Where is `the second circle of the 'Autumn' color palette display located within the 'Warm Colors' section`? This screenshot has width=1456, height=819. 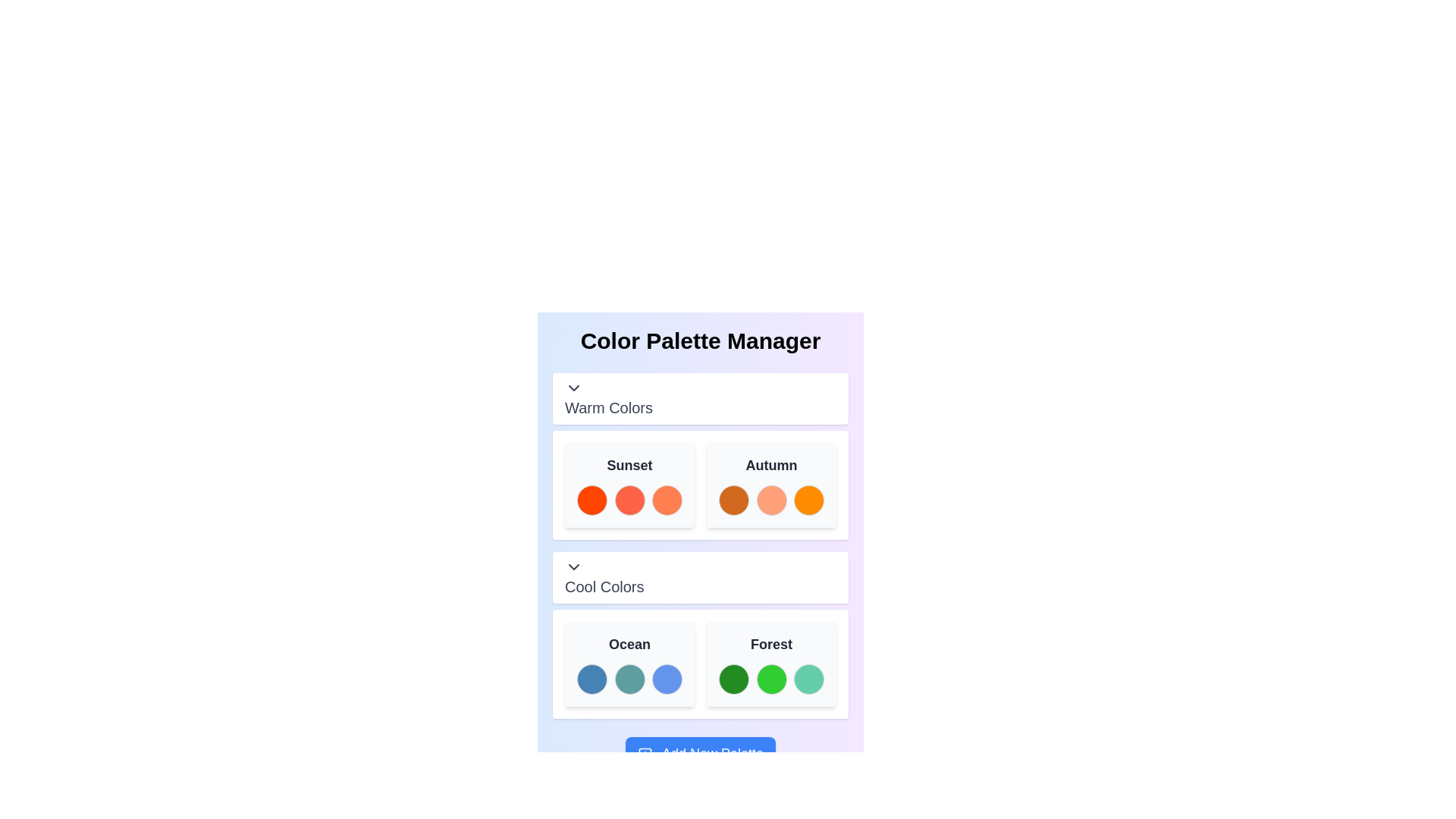 the second circle of the 'Autumn' color palette display located within the 'Warm Colors' section is located at coordinates (771, 500).